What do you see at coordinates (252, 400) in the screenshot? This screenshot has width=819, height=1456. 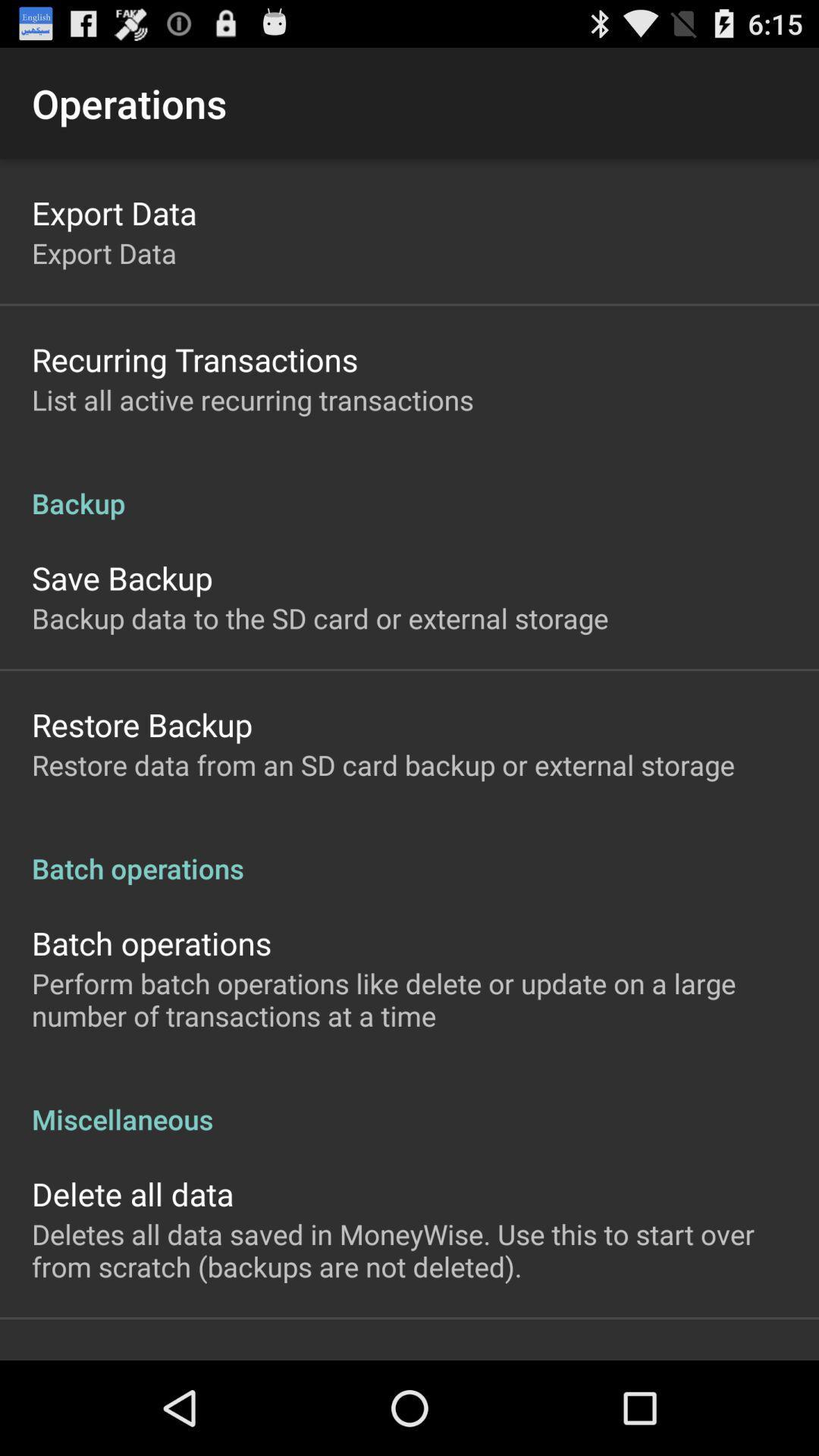 I see `icon below the recurring transactions` at bounding box center [252, 400].